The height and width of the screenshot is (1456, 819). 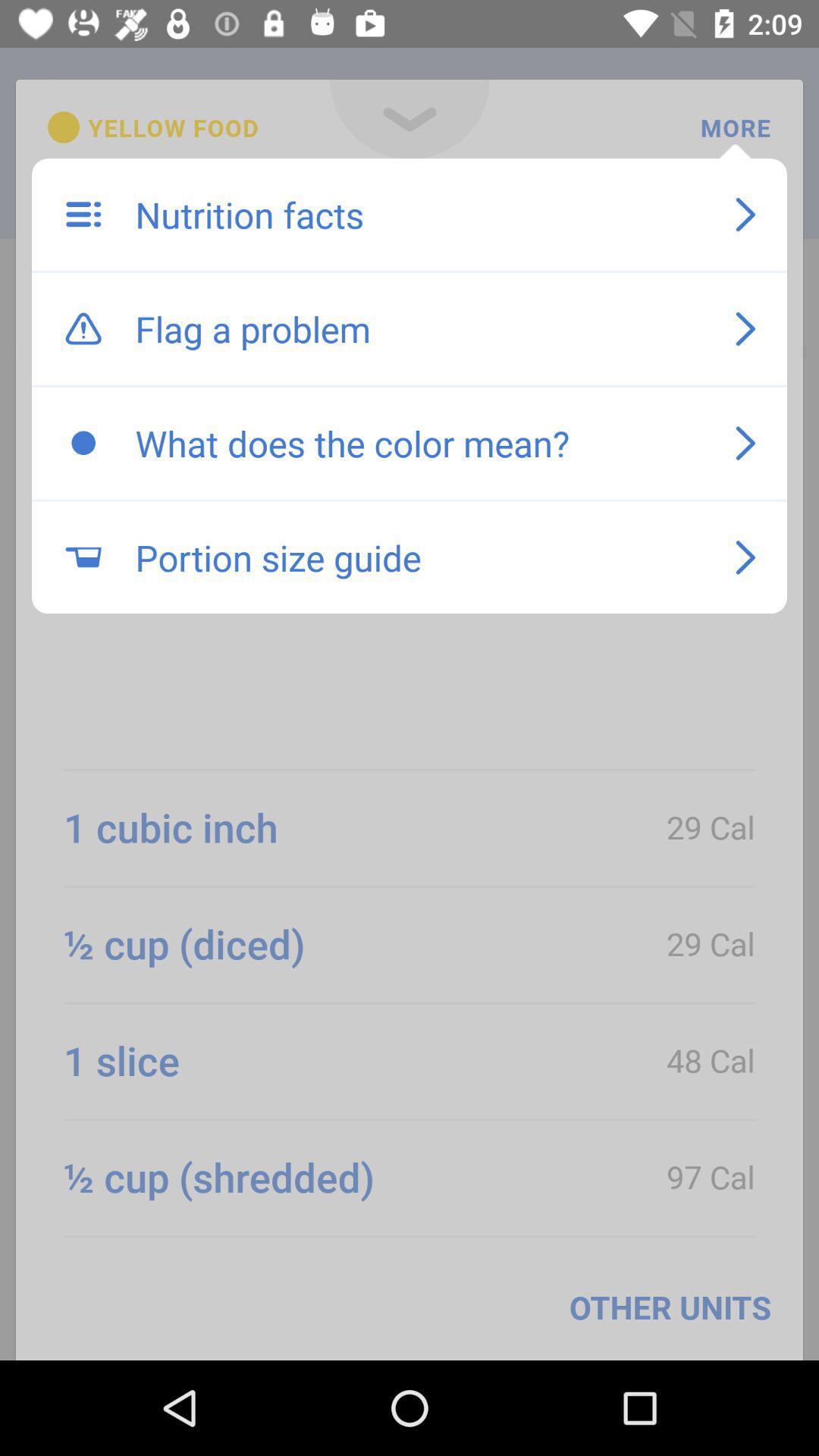 What do you see at coordinates (419, 328) in the screenshot?
I see `item above the what does the` at bounding box center [419, 328].